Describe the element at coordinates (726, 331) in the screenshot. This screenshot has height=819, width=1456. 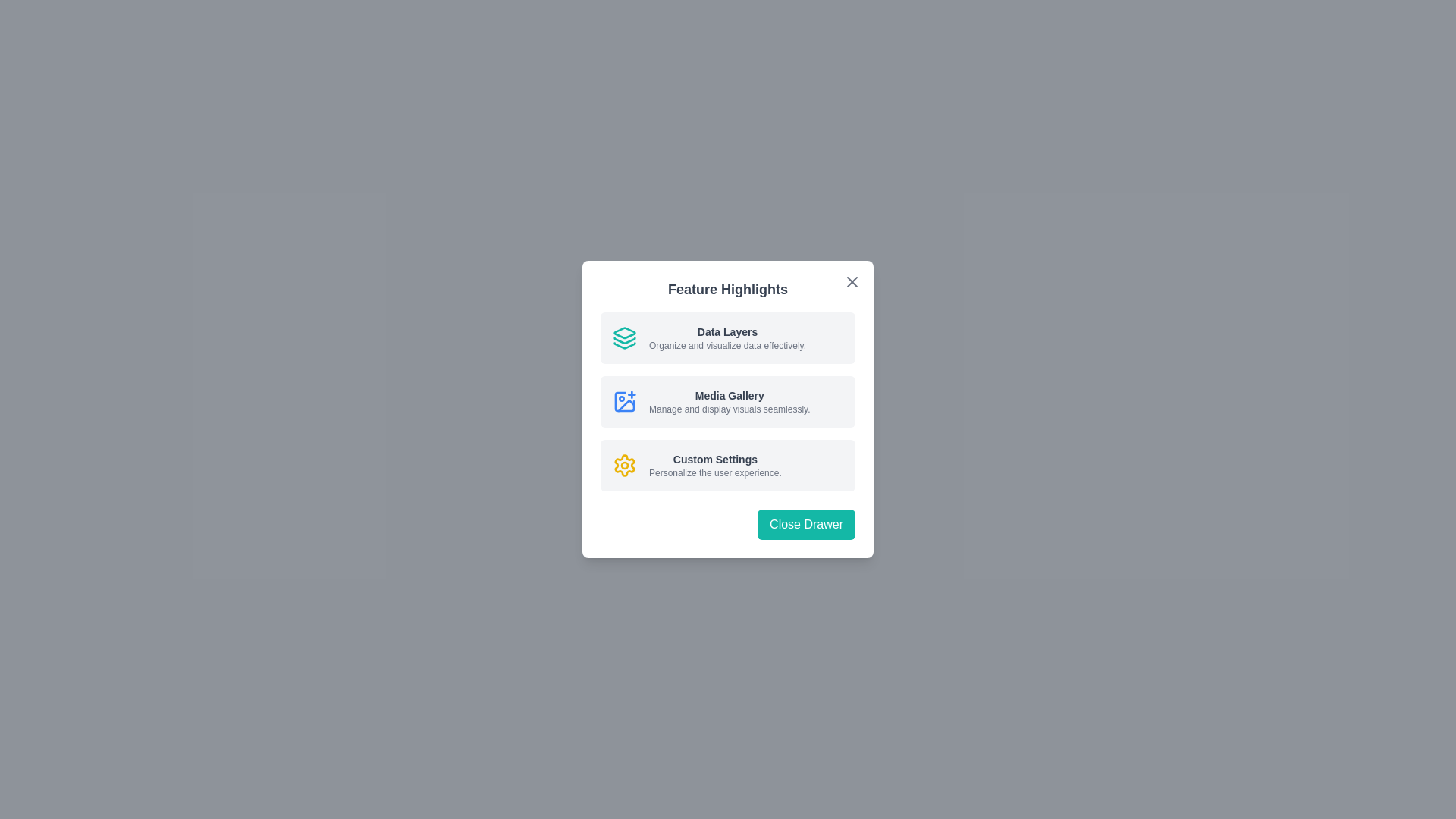
I see `the text label that serves as the title for the feature section, located above the description text 'Organize and visualize data effectively.' in the 'Feature Highlights' card layout` at that location.